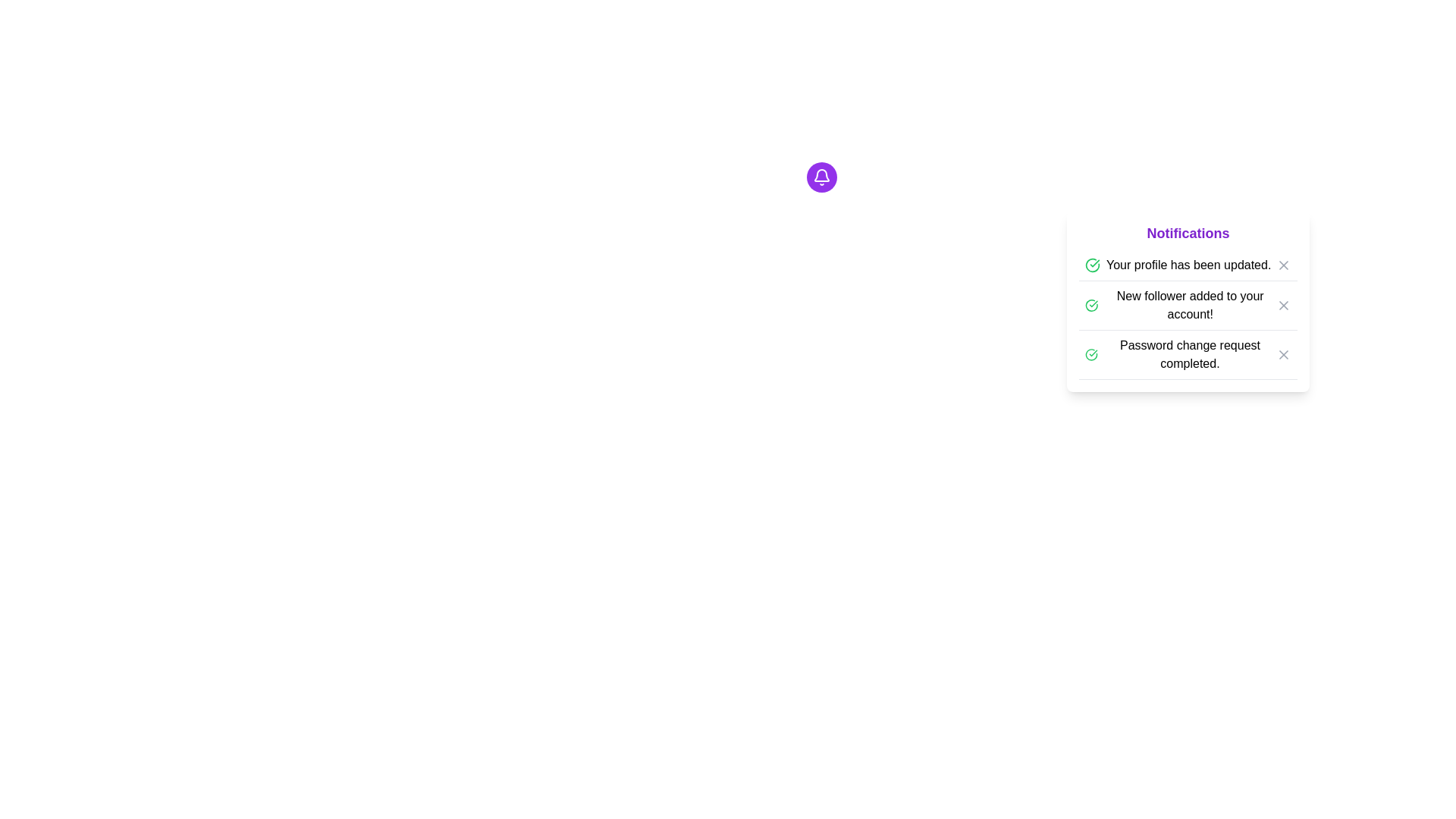 This screenshot has height=819, width=1456. What do you see at coordinates (1283, 265) in the screenshot?
I see `the 'X' icon in the notification row` at bounding box center [1283, 265].